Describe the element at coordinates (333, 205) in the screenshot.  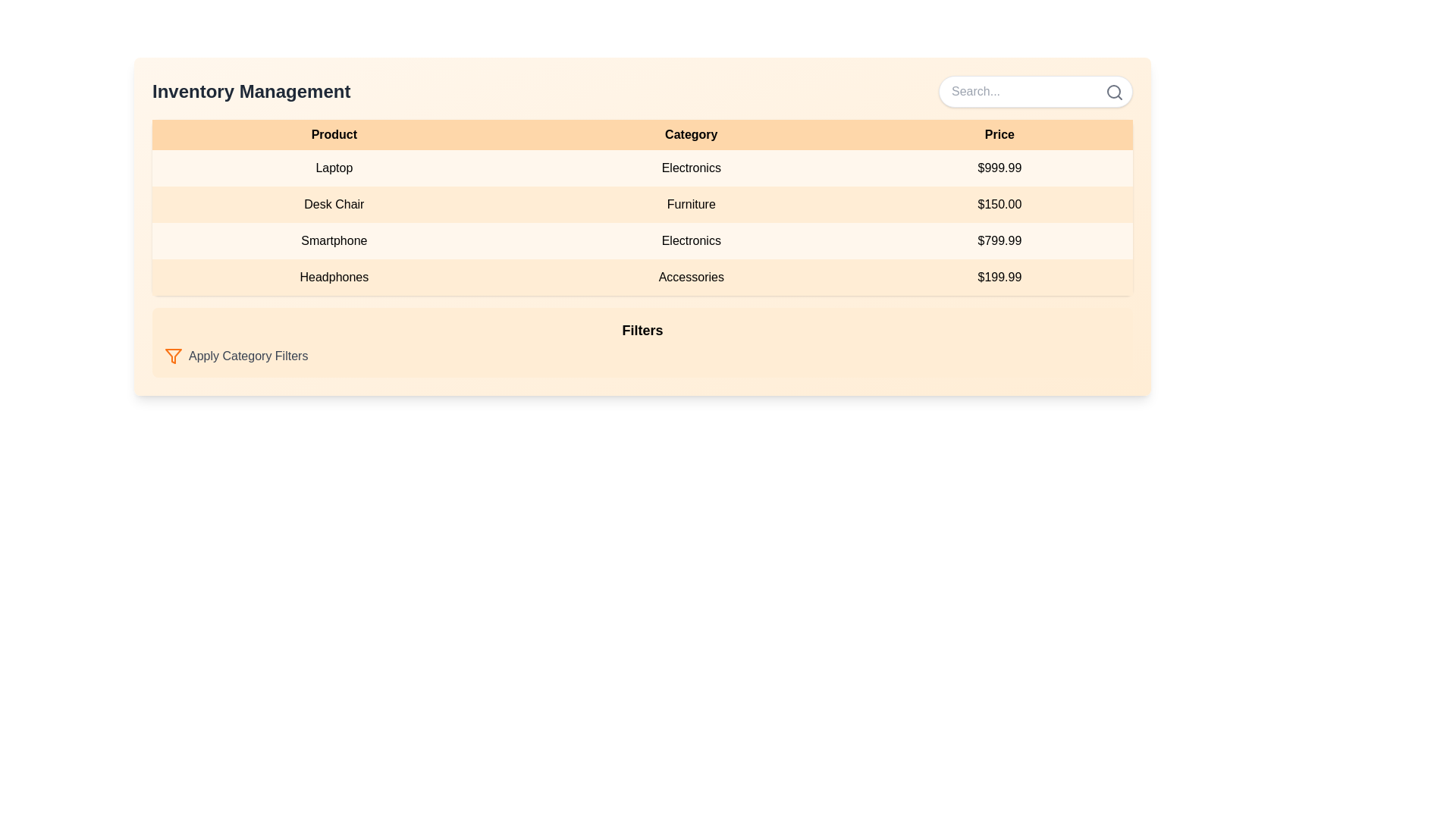
I see `the static text label for the product` at that location.